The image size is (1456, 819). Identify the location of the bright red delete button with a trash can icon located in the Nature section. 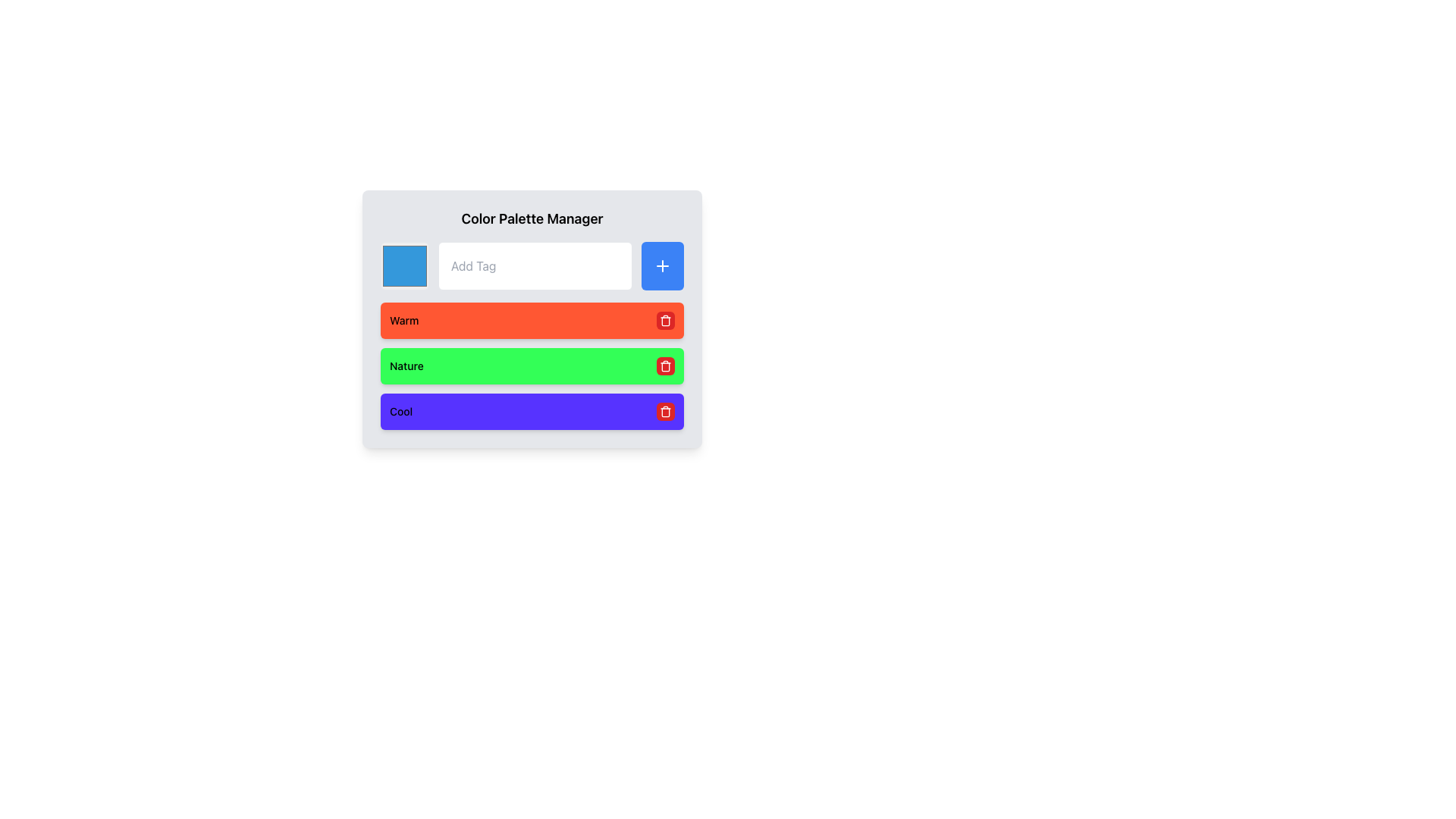
(666, 366).